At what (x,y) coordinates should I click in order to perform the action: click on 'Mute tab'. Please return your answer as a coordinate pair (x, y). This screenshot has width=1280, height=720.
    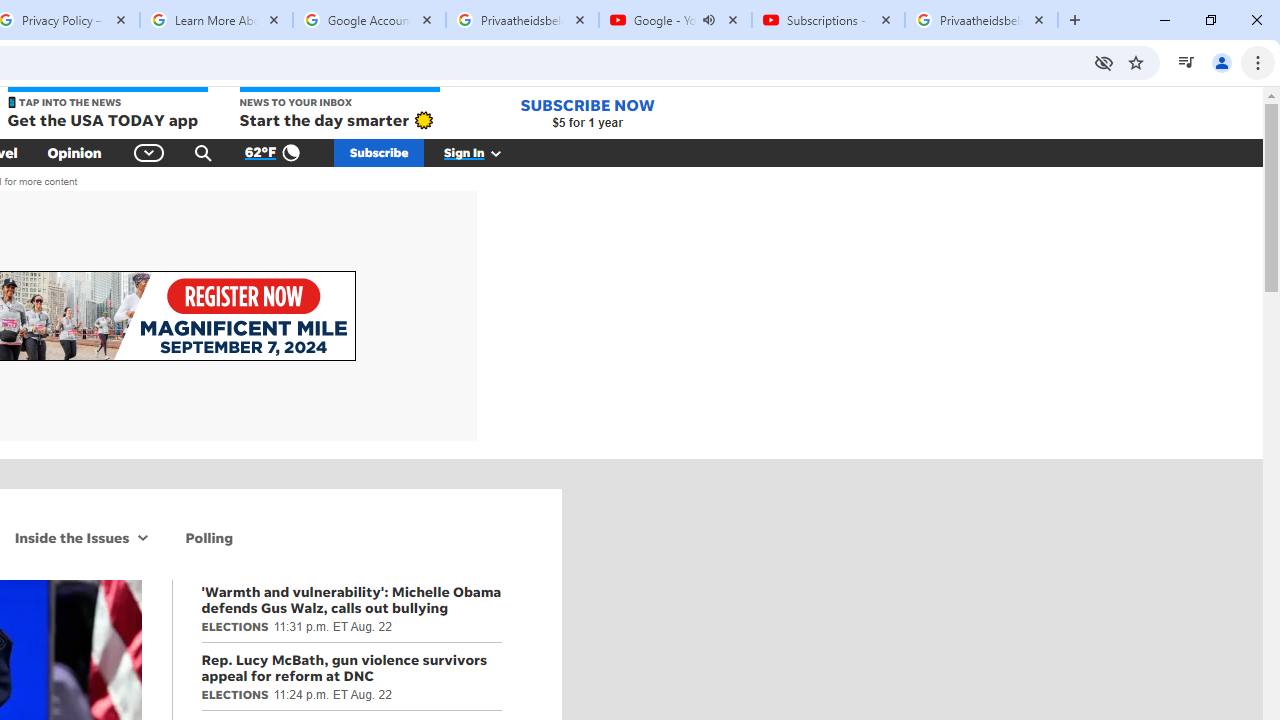
    Looking at the image, I should click on (709, 20).